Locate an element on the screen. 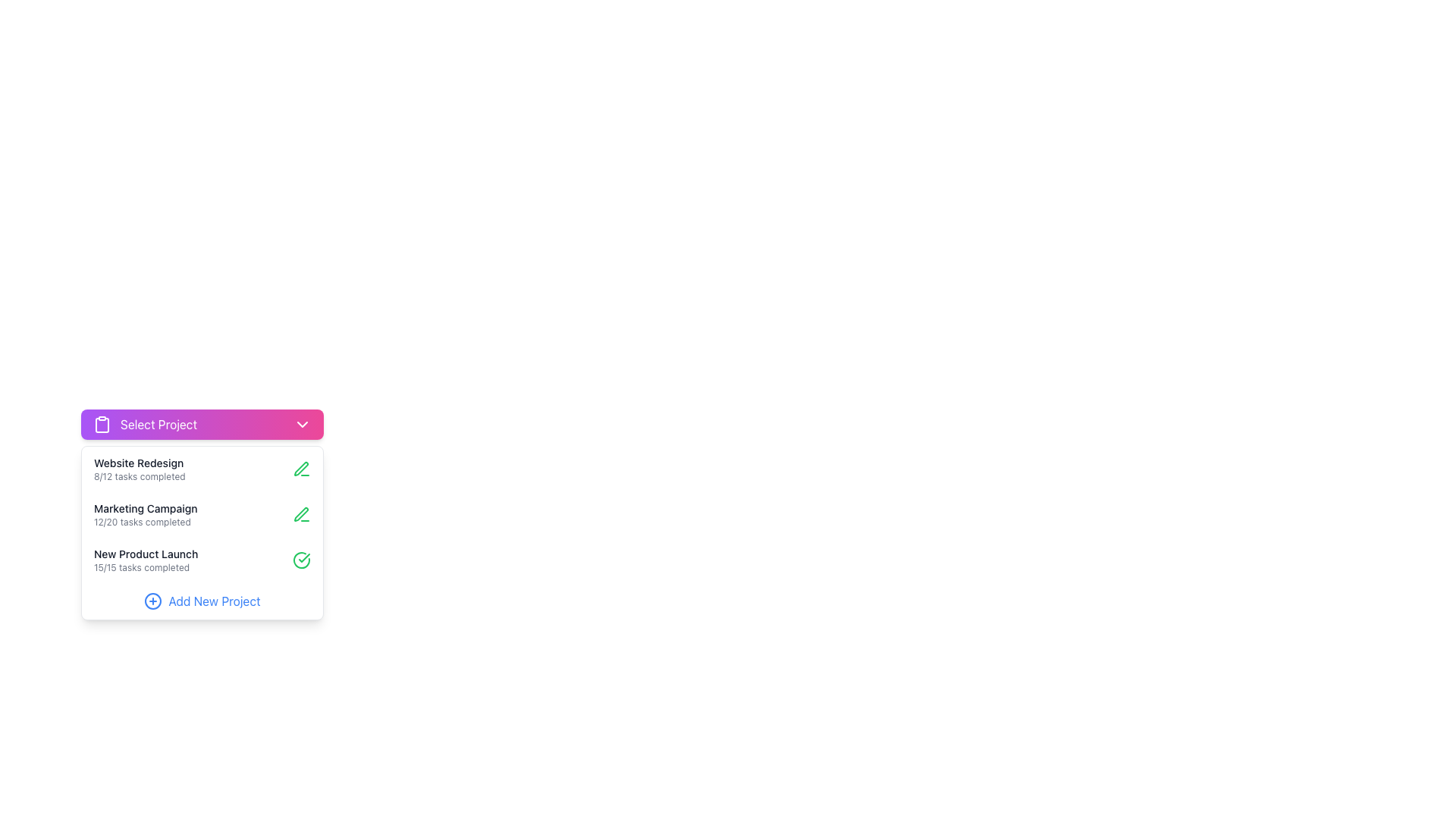  the text label displaying '12/20 tasks completed', which is styled with a small font size and gray color, located directly below the 'Marketing Campaign' title is located at coordinates (146, 522).